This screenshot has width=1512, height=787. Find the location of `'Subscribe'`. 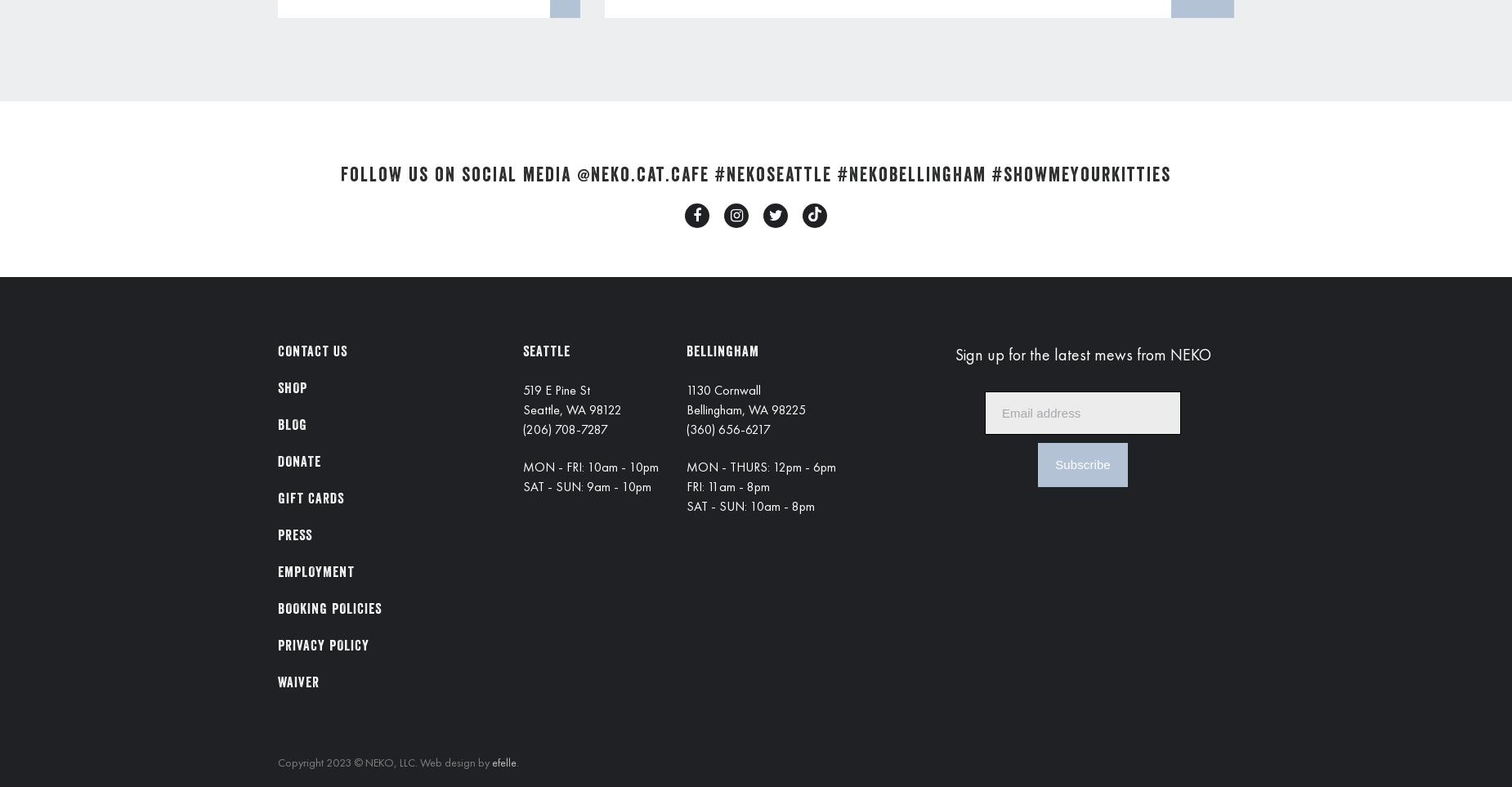

'Subscribe' is located at coordinates (1081, 463).